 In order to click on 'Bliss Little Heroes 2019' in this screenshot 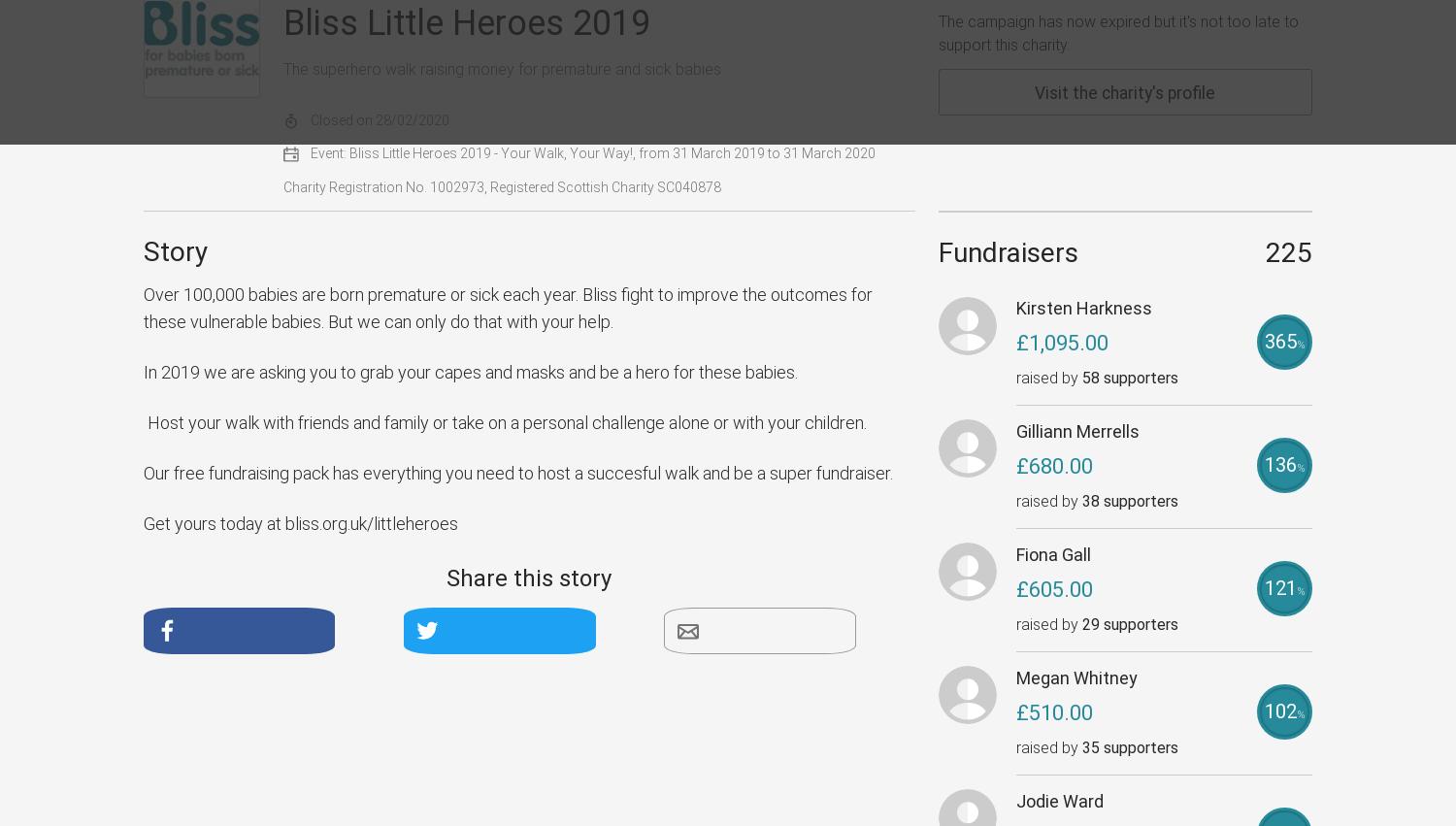, I will do `click(466, 21)`.